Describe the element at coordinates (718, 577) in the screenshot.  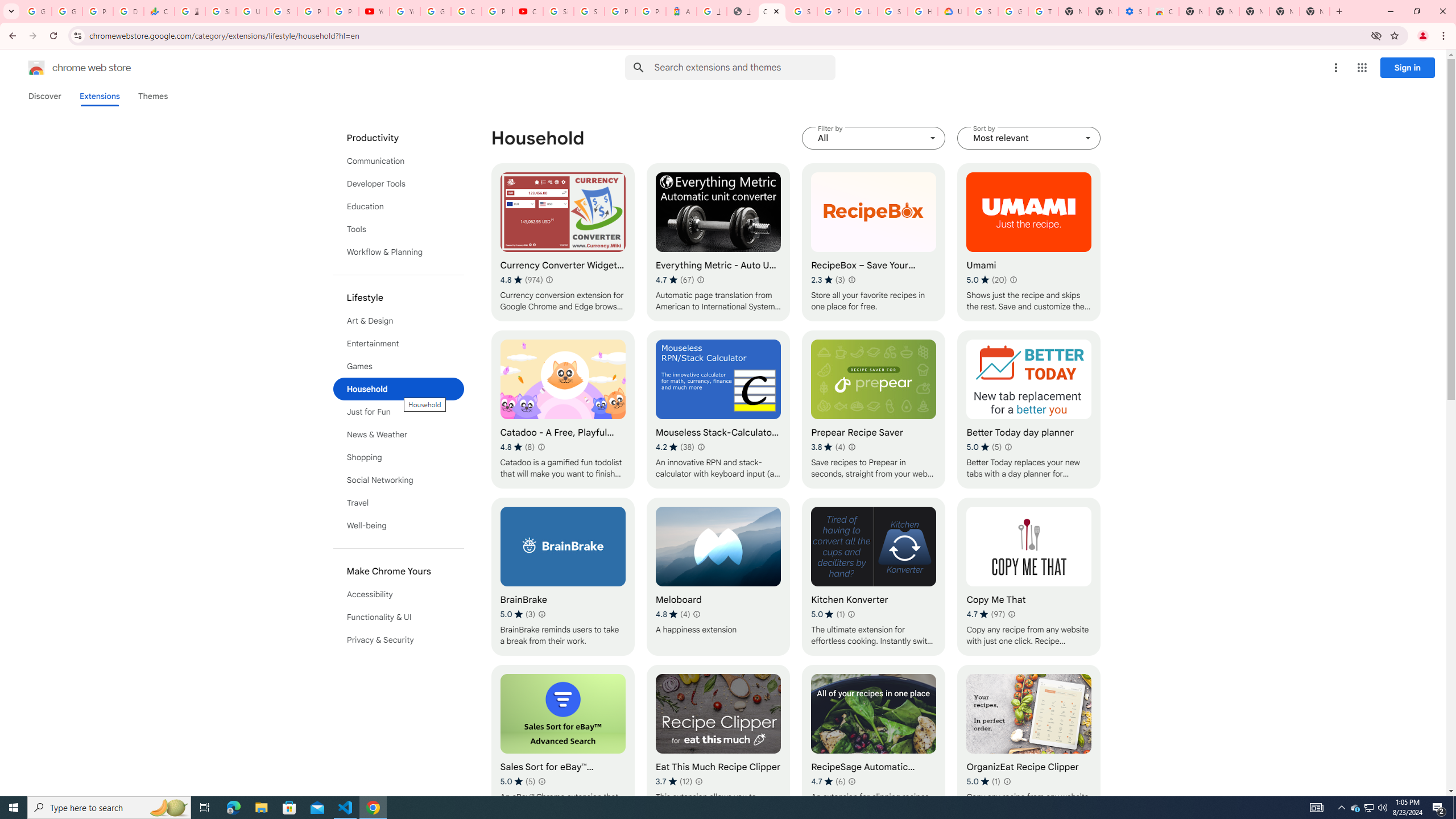
I see `'Meloboard'` at that location.